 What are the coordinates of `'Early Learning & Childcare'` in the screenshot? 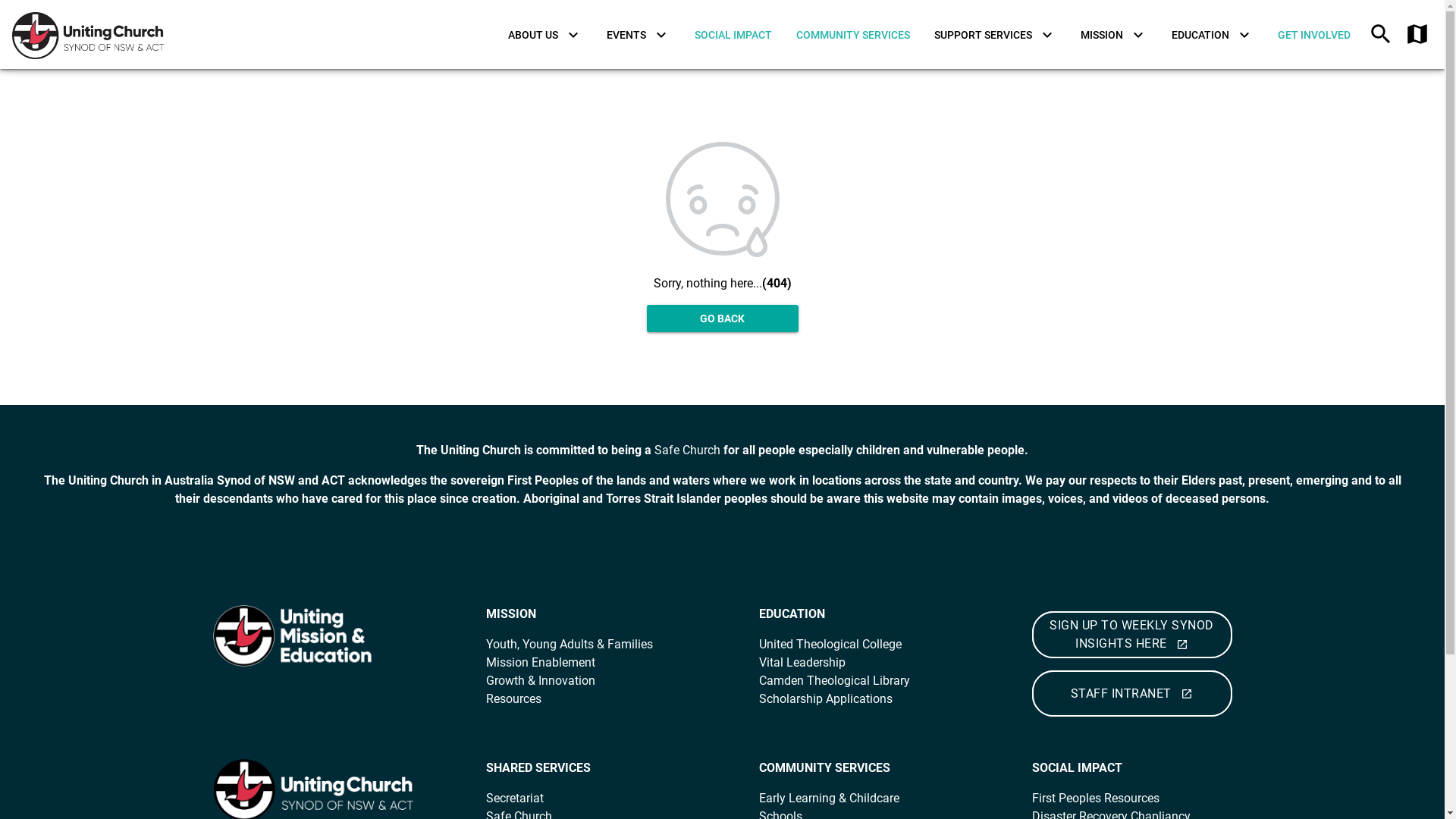 It's located at (827, 797).